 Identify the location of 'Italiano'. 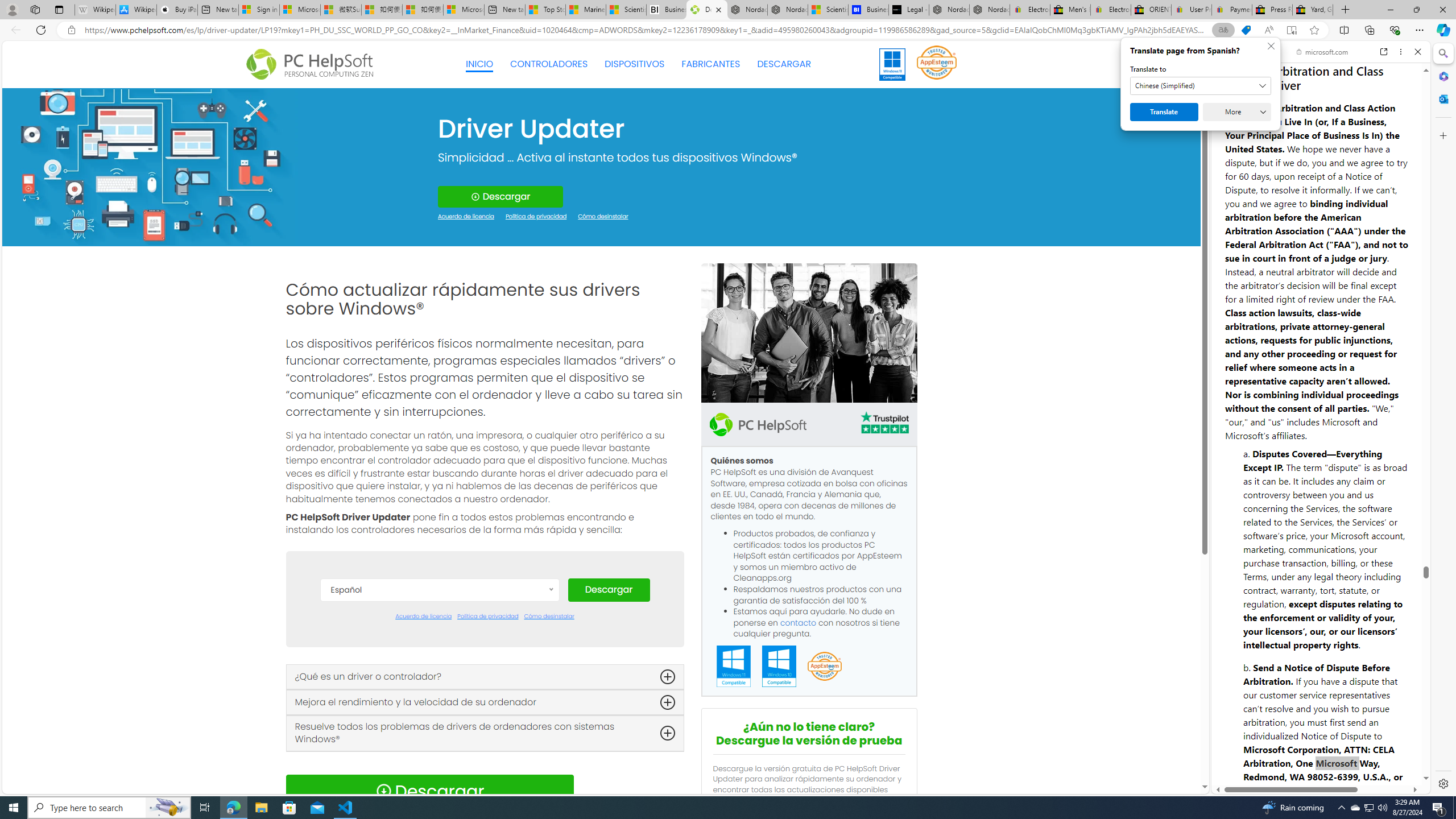
(440, 746).